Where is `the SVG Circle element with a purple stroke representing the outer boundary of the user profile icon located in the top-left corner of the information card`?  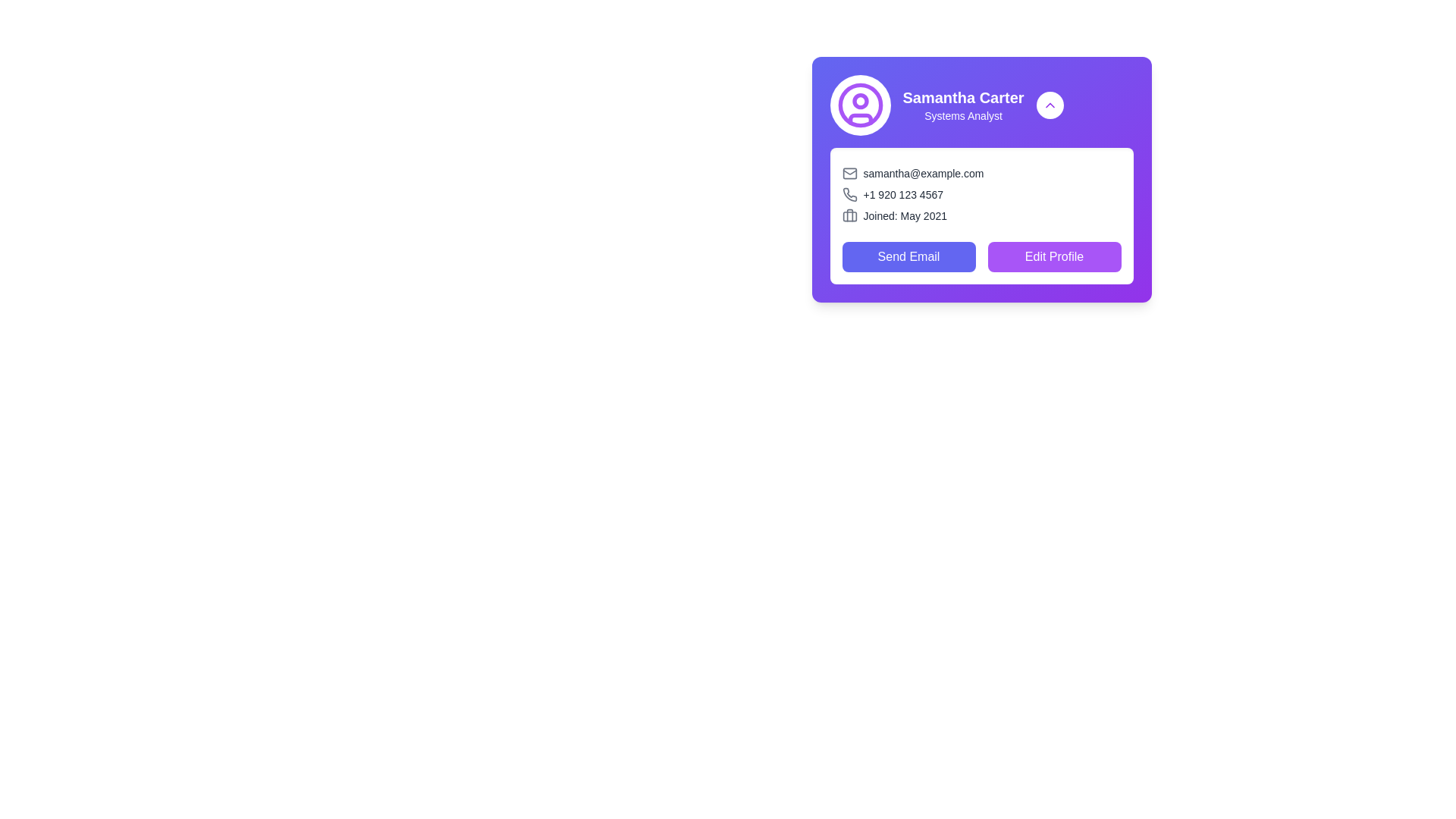 the SVG Circle element with a purple stroke representing the outer boundary of the user profile icon located in the top-left corner of the information card is located at coordinates (860, 104).